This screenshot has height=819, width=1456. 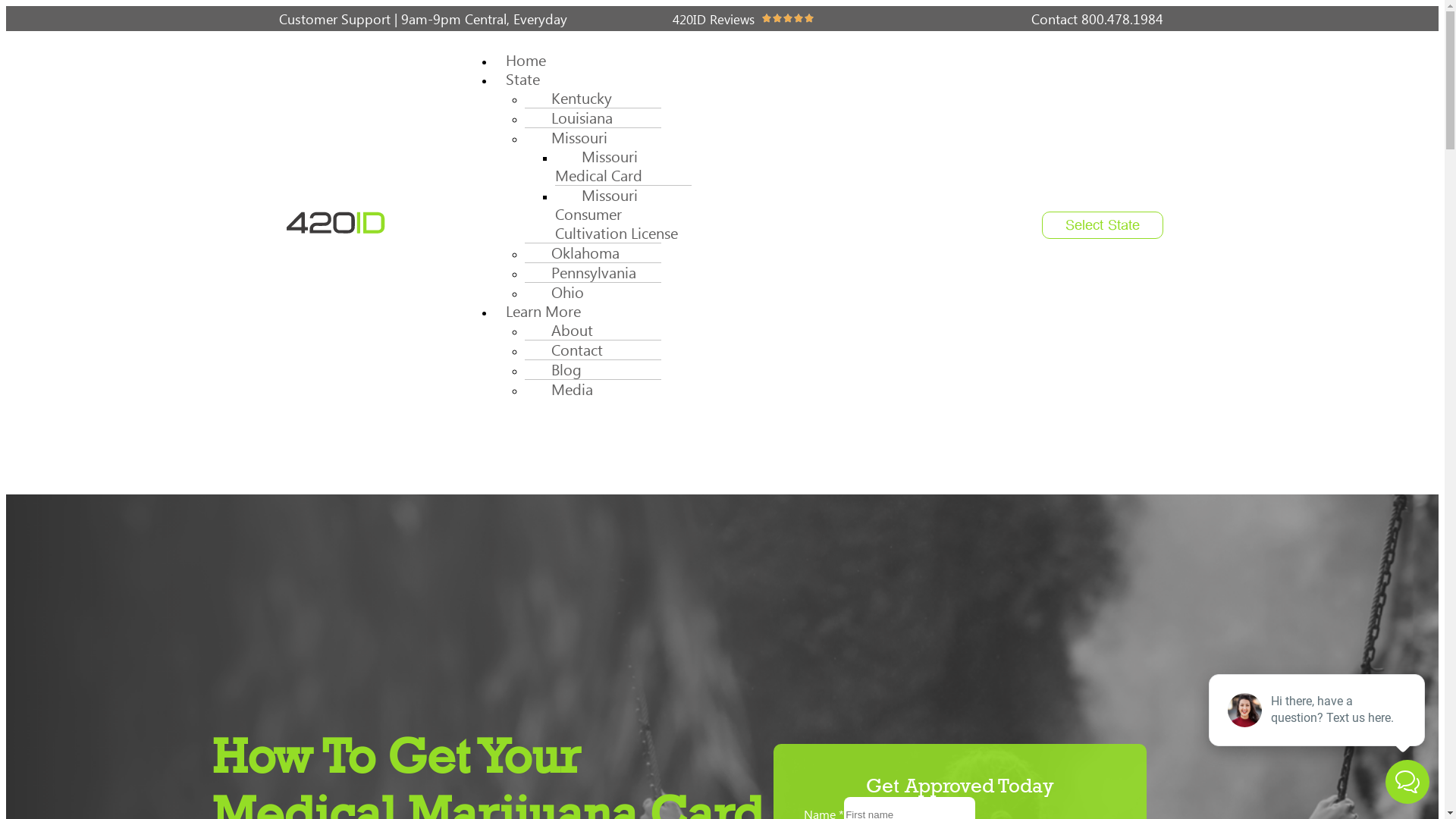 What do you see at coordinates (543, 310) in the screenshot?
I see `'Learn More'` at bounding box center [543, 310].